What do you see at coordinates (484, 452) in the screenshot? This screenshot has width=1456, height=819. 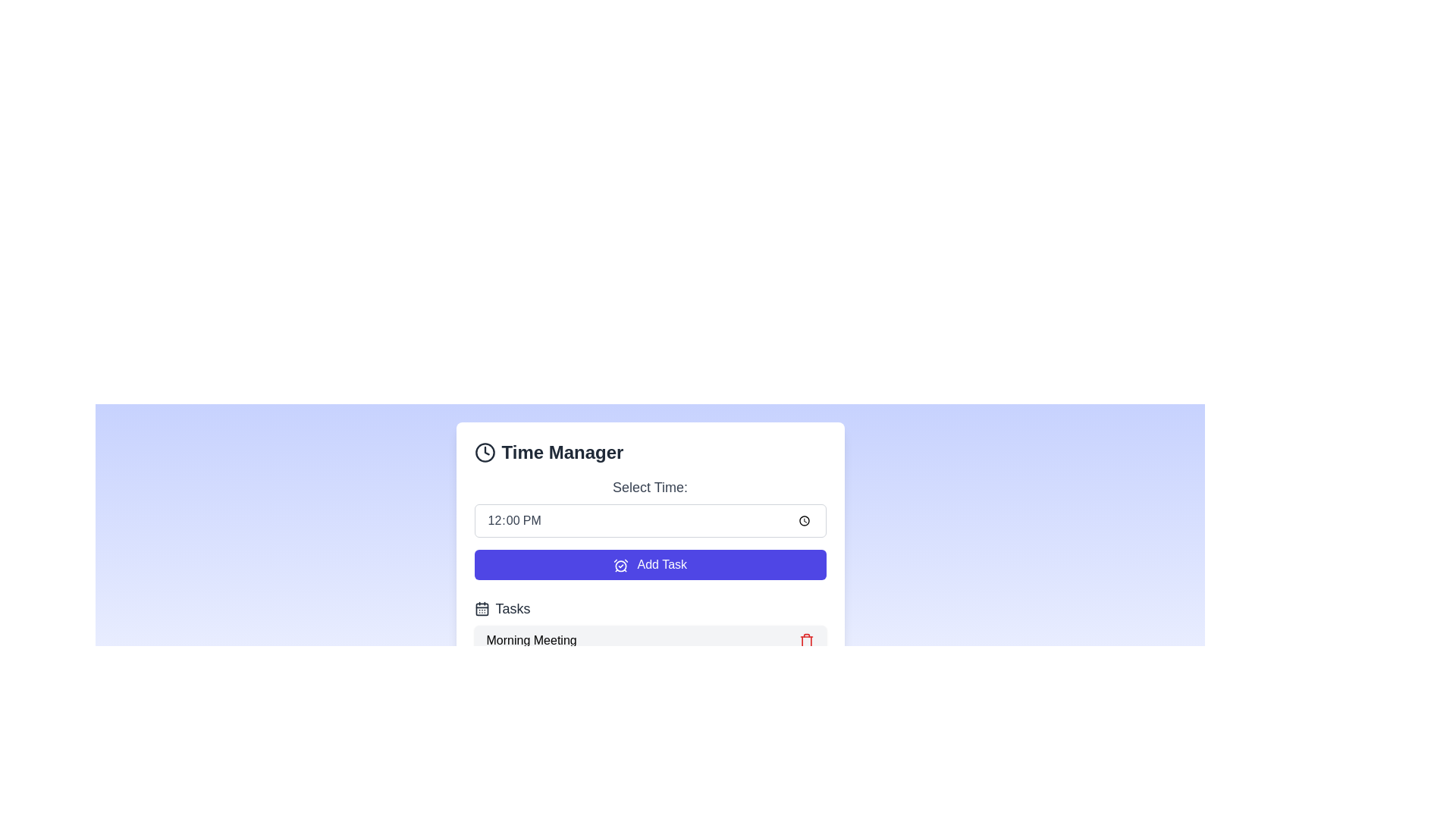 I see `the clock icon located to the left of the 'Time Manager' text in the heading section` at bounding box center [484, 452].